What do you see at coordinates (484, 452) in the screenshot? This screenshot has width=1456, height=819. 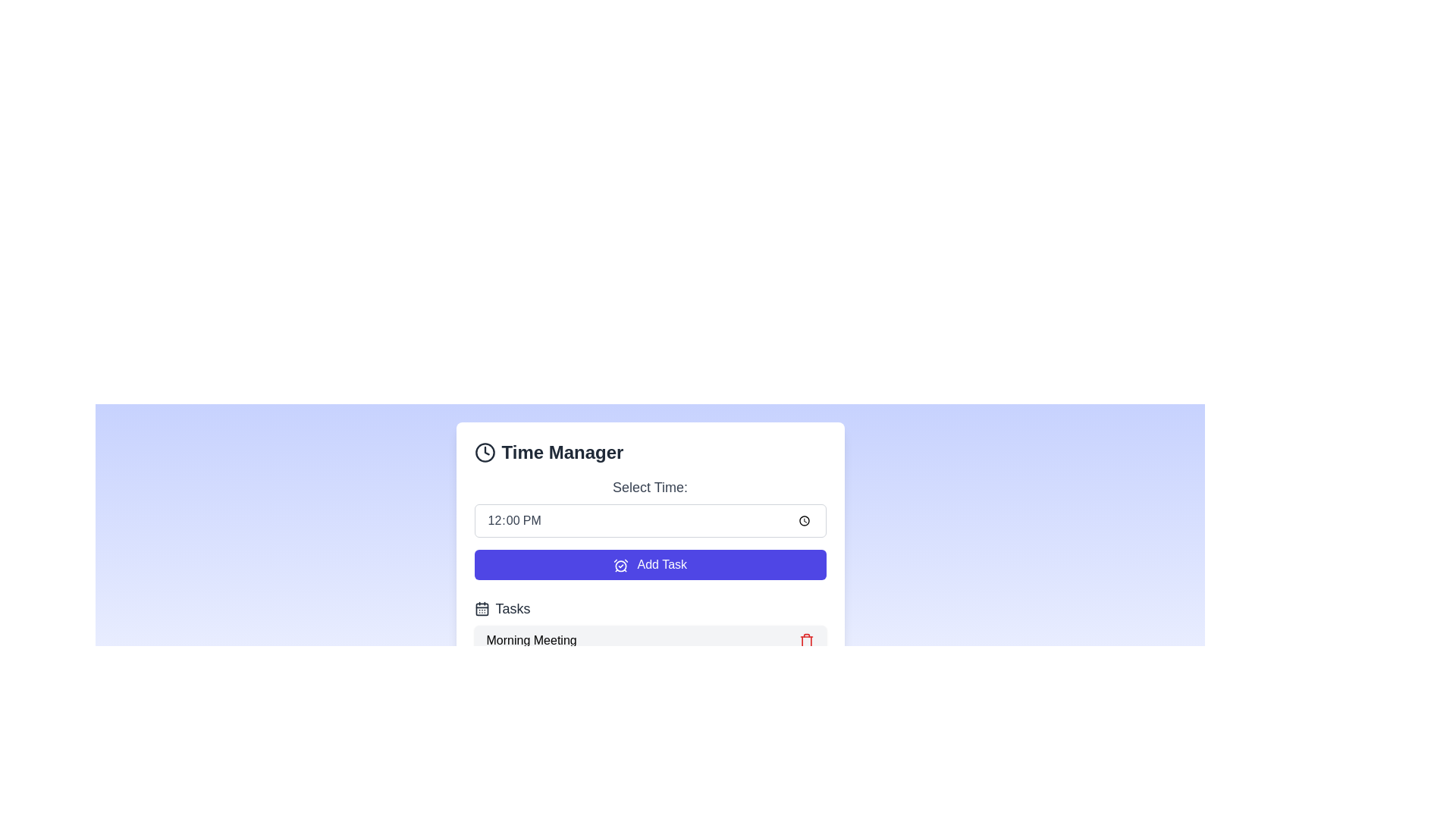 I see `the clock icon located to the left of the 'Time Manager' text in the heading section` at bounding box center [484, 452].